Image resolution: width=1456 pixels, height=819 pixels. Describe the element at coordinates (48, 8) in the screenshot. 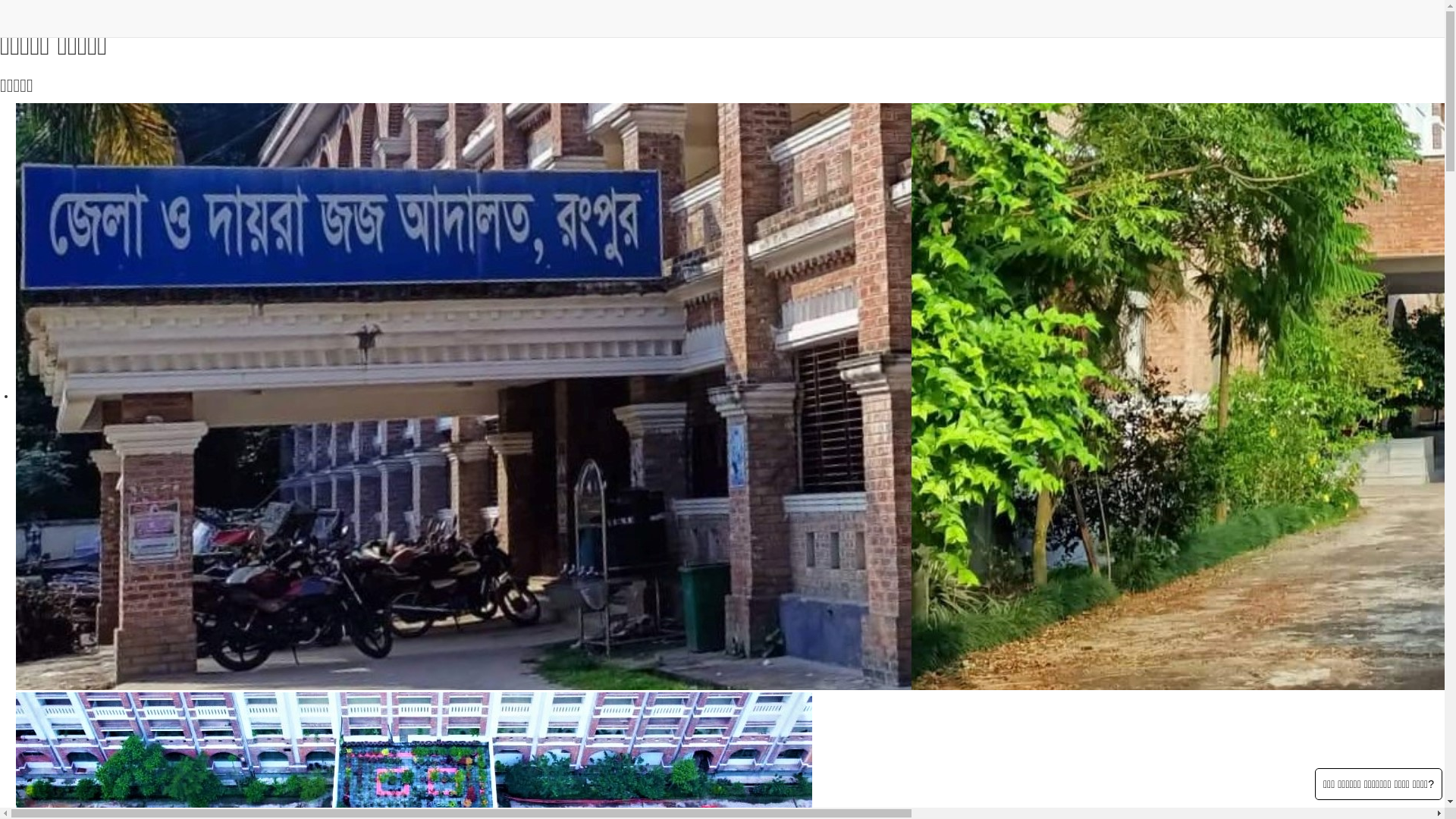

I see `'Skip to main content'` at that location.